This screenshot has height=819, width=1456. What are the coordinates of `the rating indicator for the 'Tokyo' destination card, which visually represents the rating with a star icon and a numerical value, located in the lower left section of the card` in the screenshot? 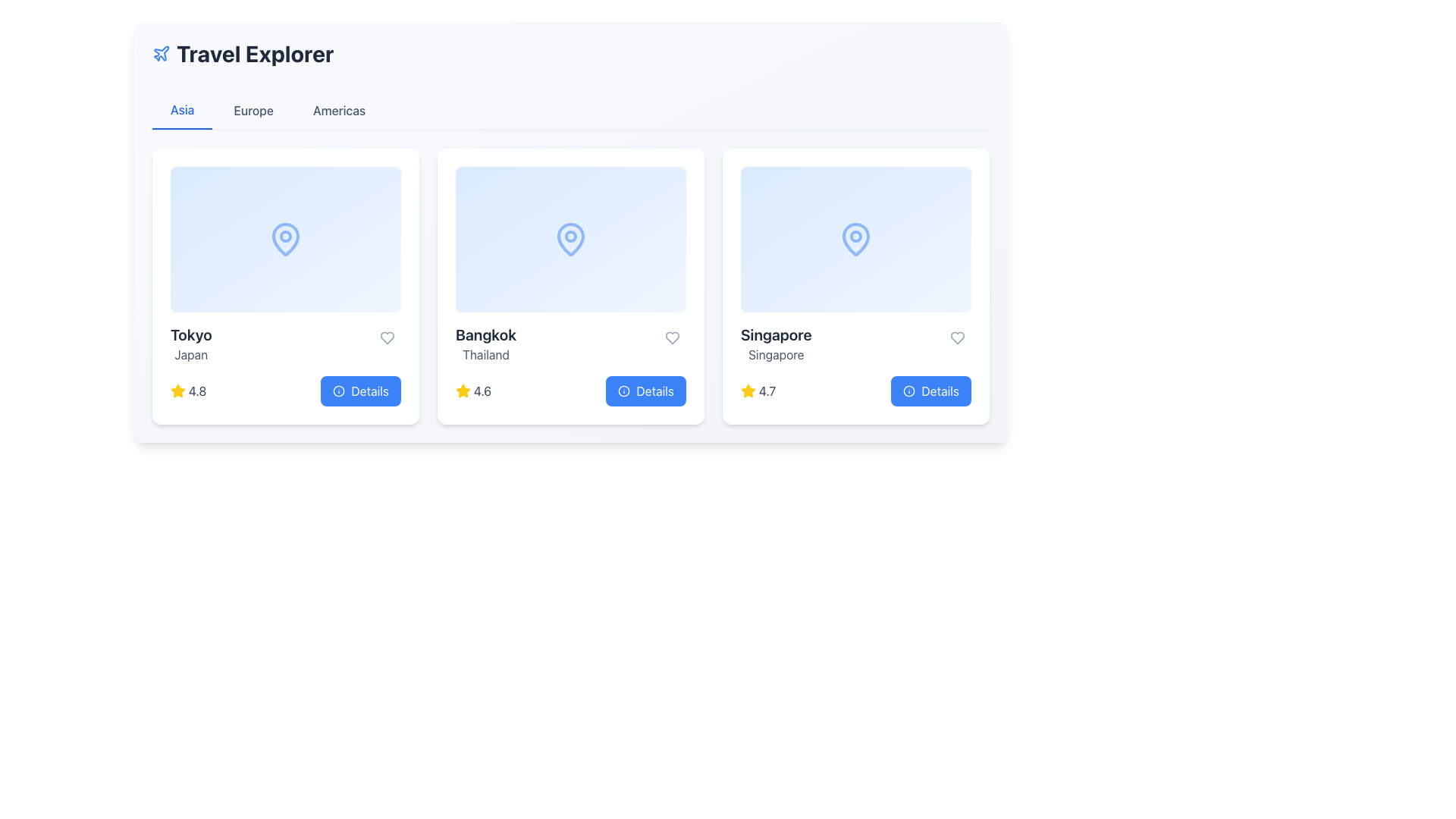 It's located at (187, 391).